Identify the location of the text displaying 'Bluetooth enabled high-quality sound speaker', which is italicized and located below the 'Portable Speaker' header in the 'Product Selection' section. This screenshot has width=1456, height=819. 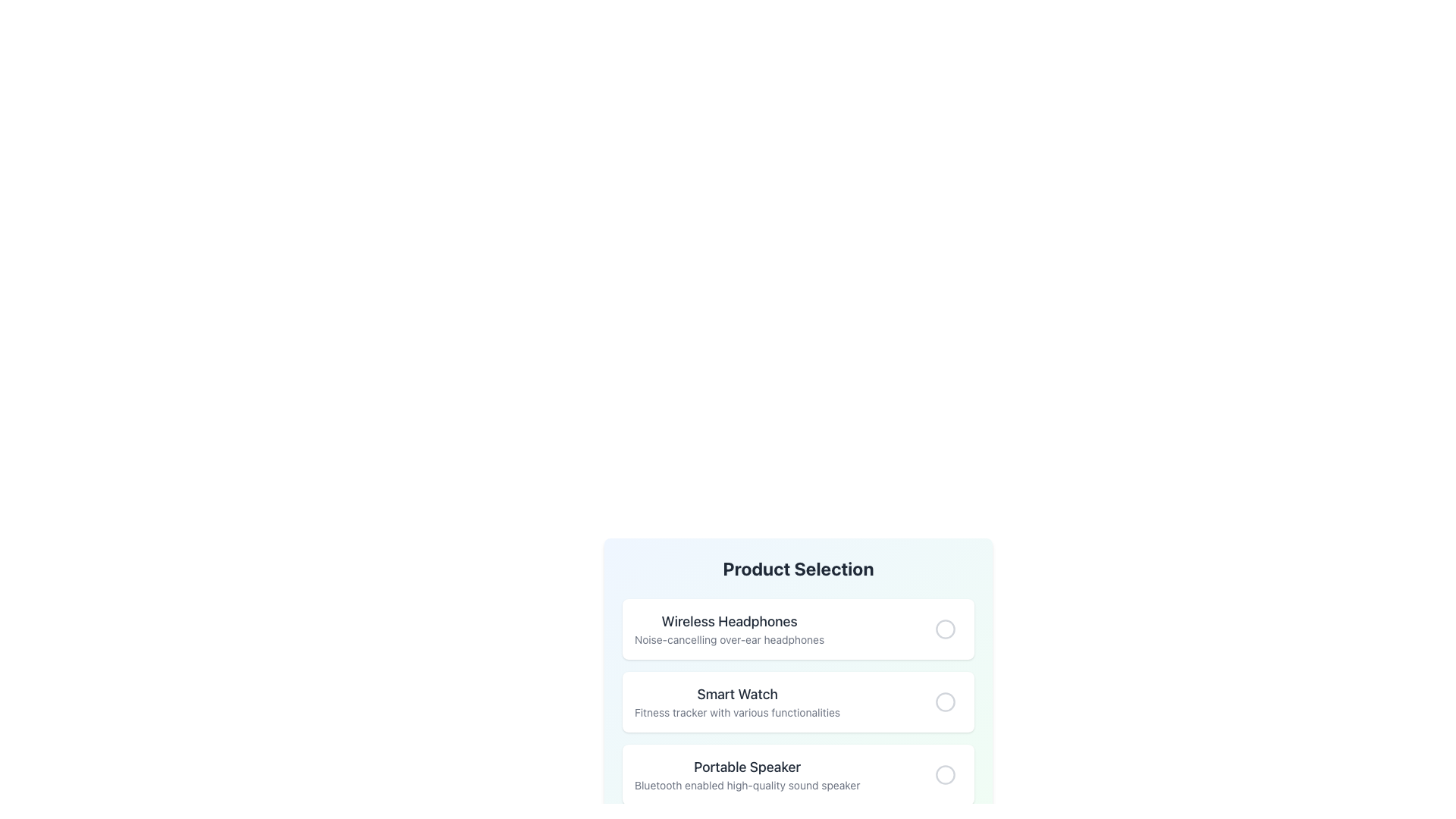
(747, 785).